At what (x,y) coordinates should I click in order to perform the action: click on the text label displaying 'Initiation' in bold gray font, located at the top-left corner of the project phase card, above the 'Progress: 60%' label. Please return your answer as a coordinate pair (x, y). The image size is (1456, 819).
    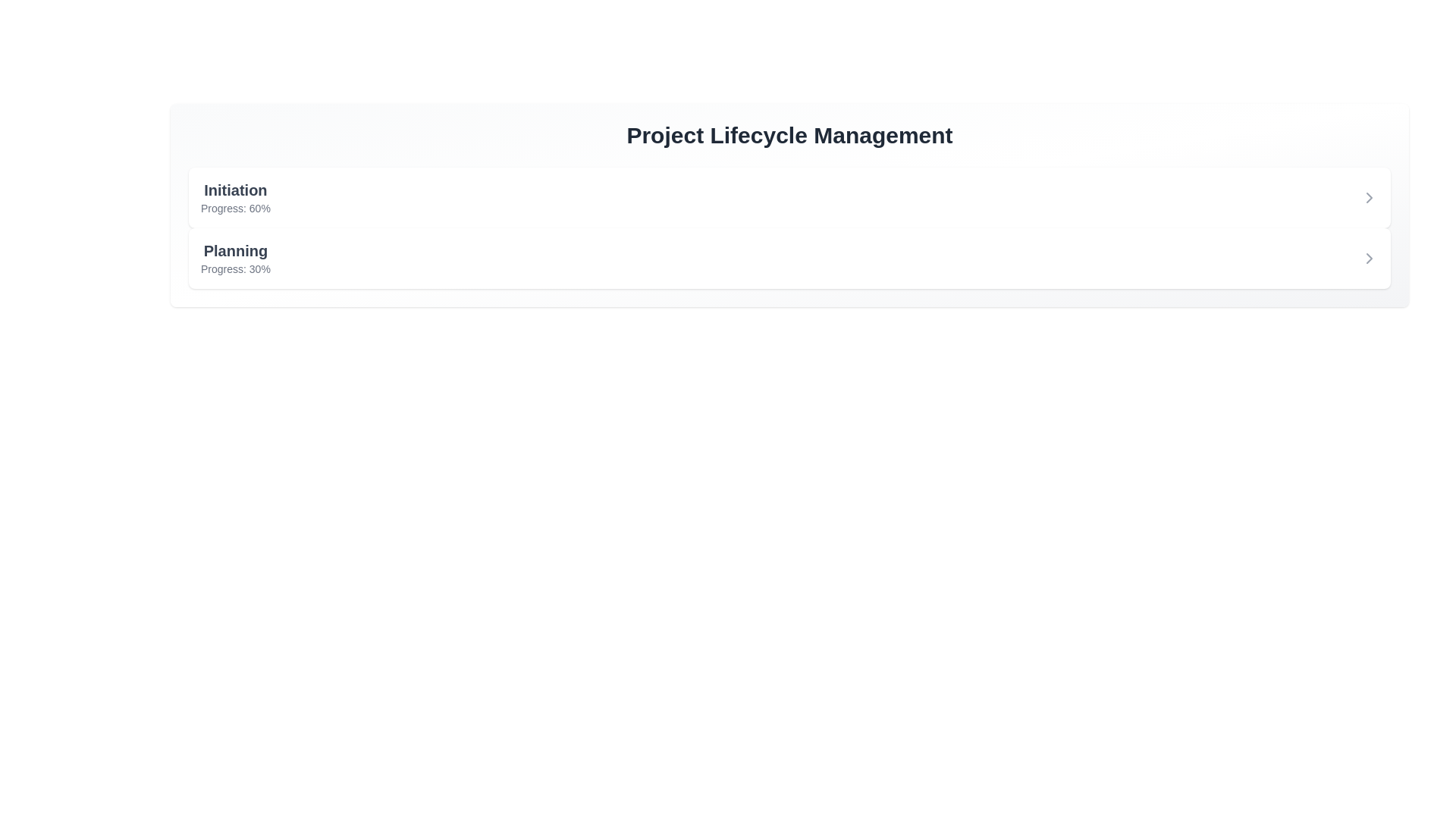
    Looking at the image, I should click on (234, 189).